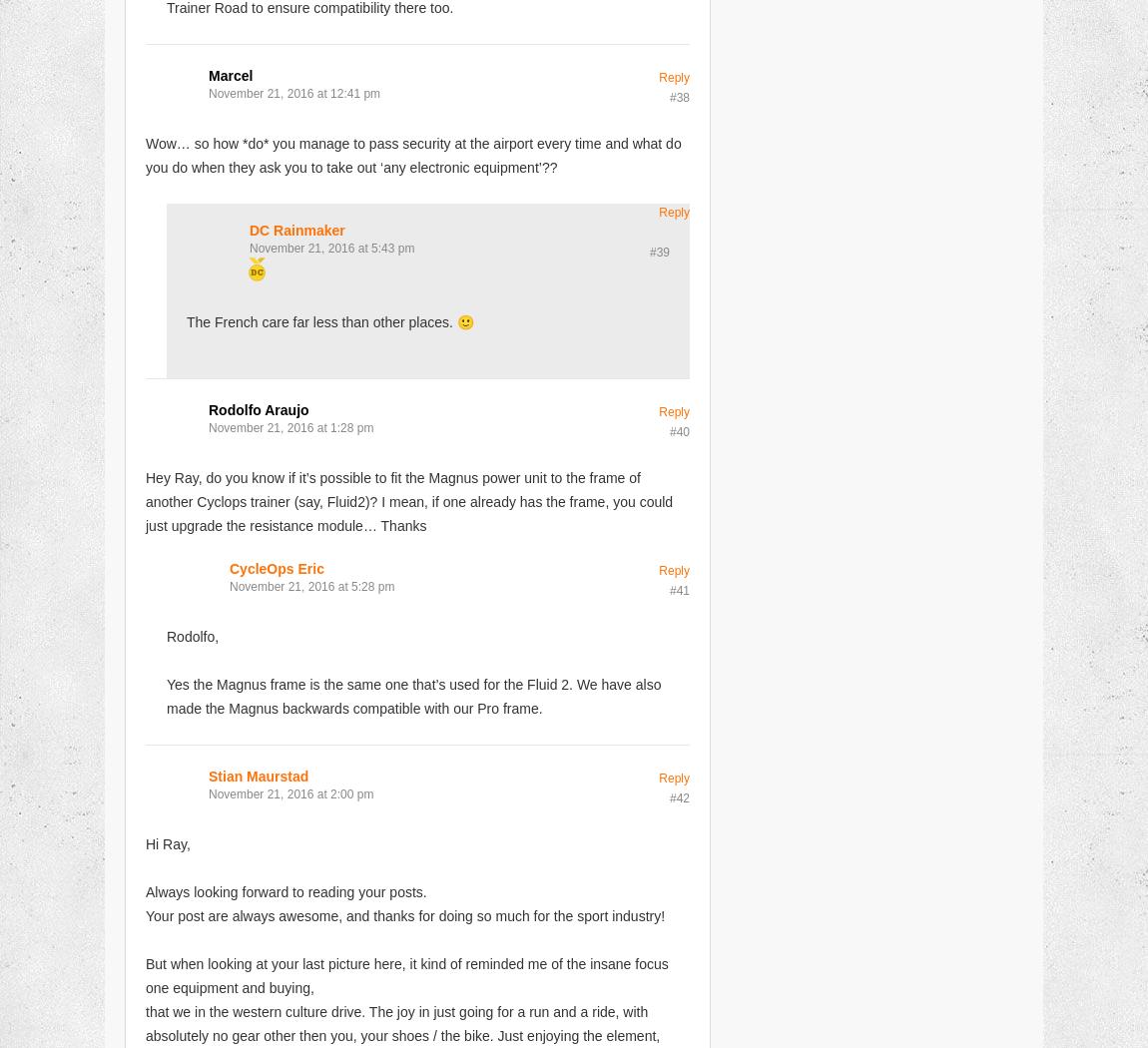 The width and height of the screenshot is (1148, 1048). What do you see at coordinates (290, 425) in the screenshot?
I see `'November 21, 2016 at 1:28 pm'` at bounding box center [290, 425].